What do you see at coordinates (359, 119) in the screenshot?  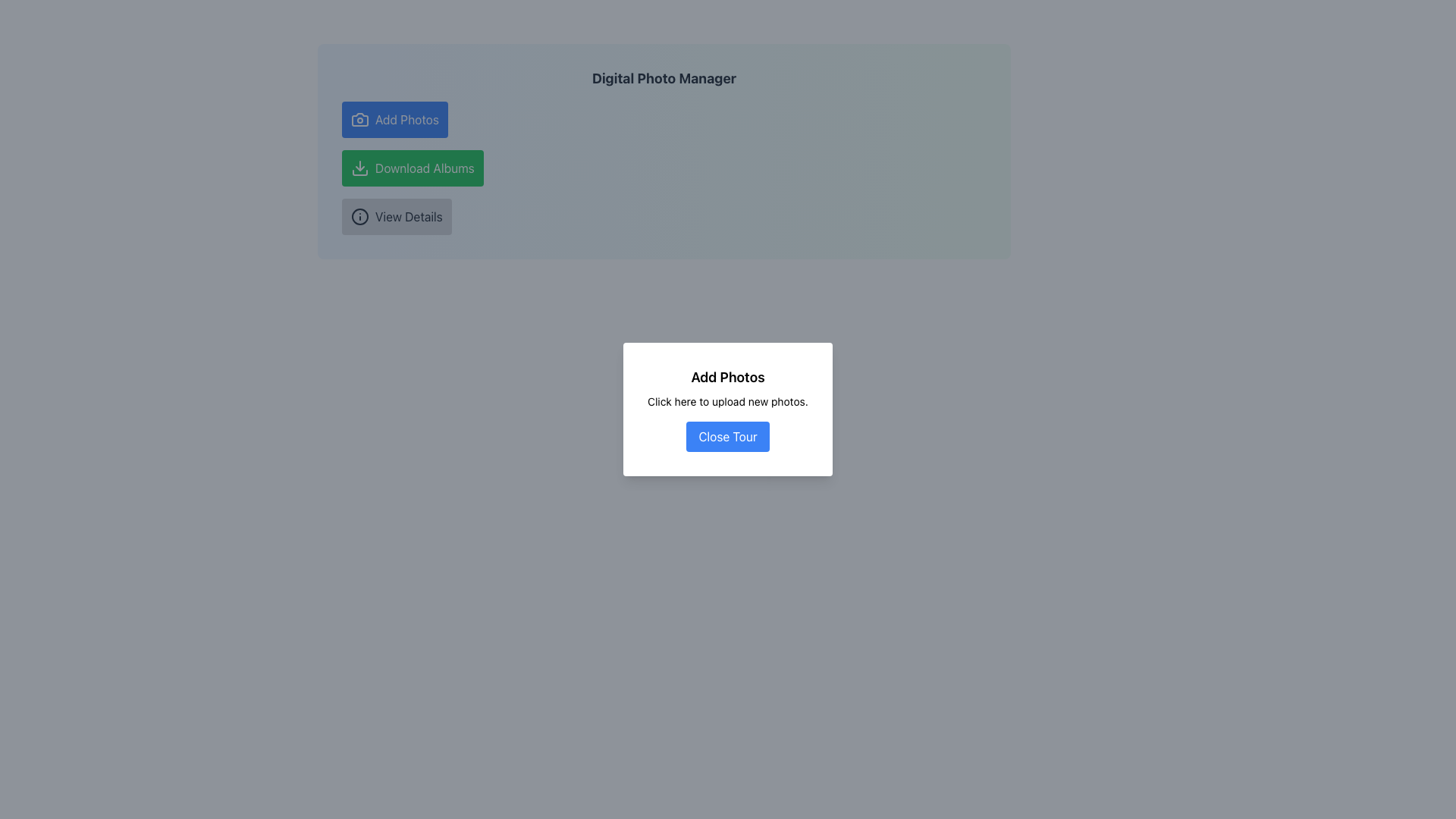 I see `the 'Add Photos' button icon, which is located at the upper part of the interface's card section, directly above the 'Download Albums' green button` at bounding box center [359, 119].